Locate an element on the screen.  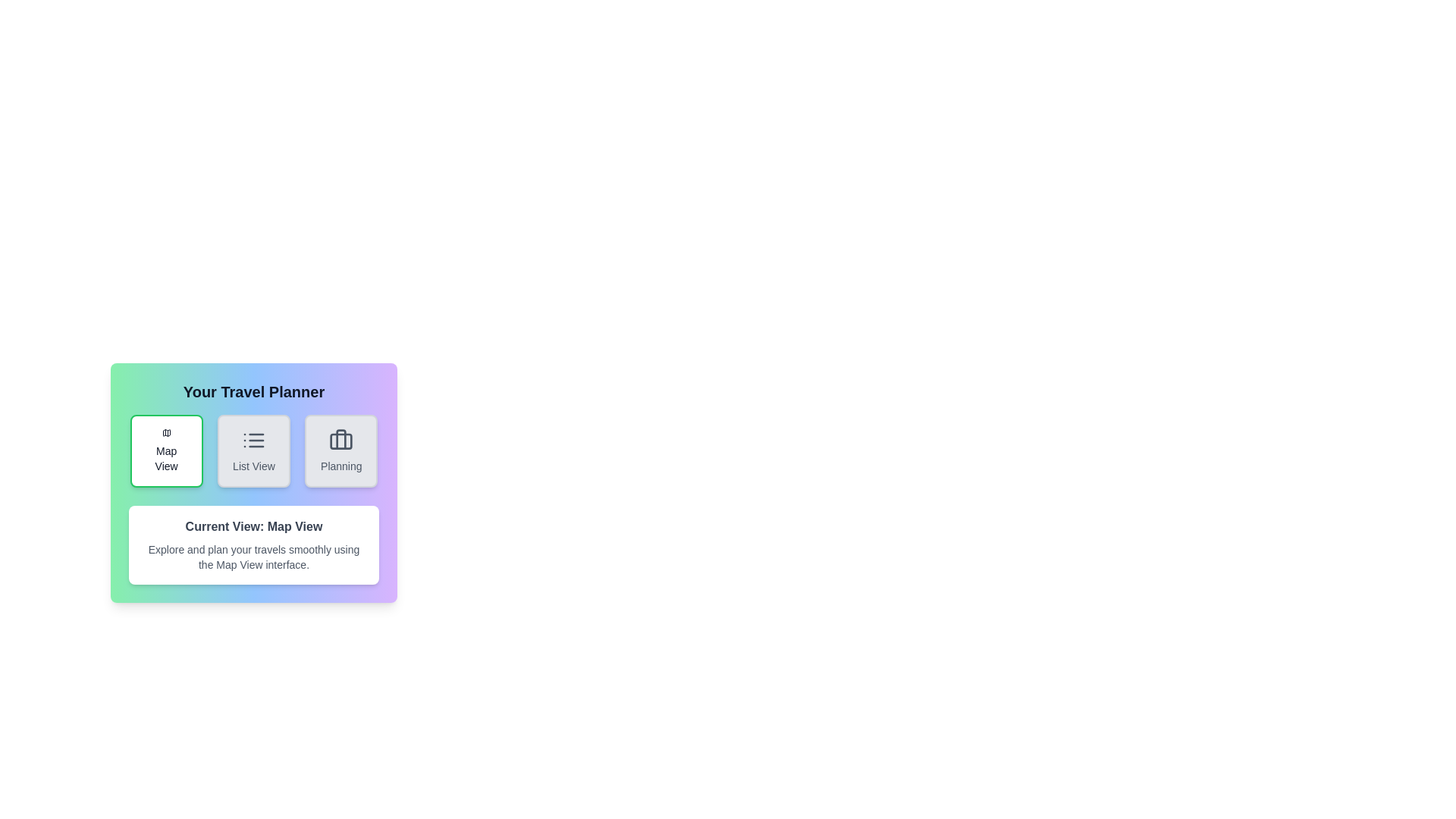
the Planning view by clicking the corresponding button is located at coordinates (340, 450).